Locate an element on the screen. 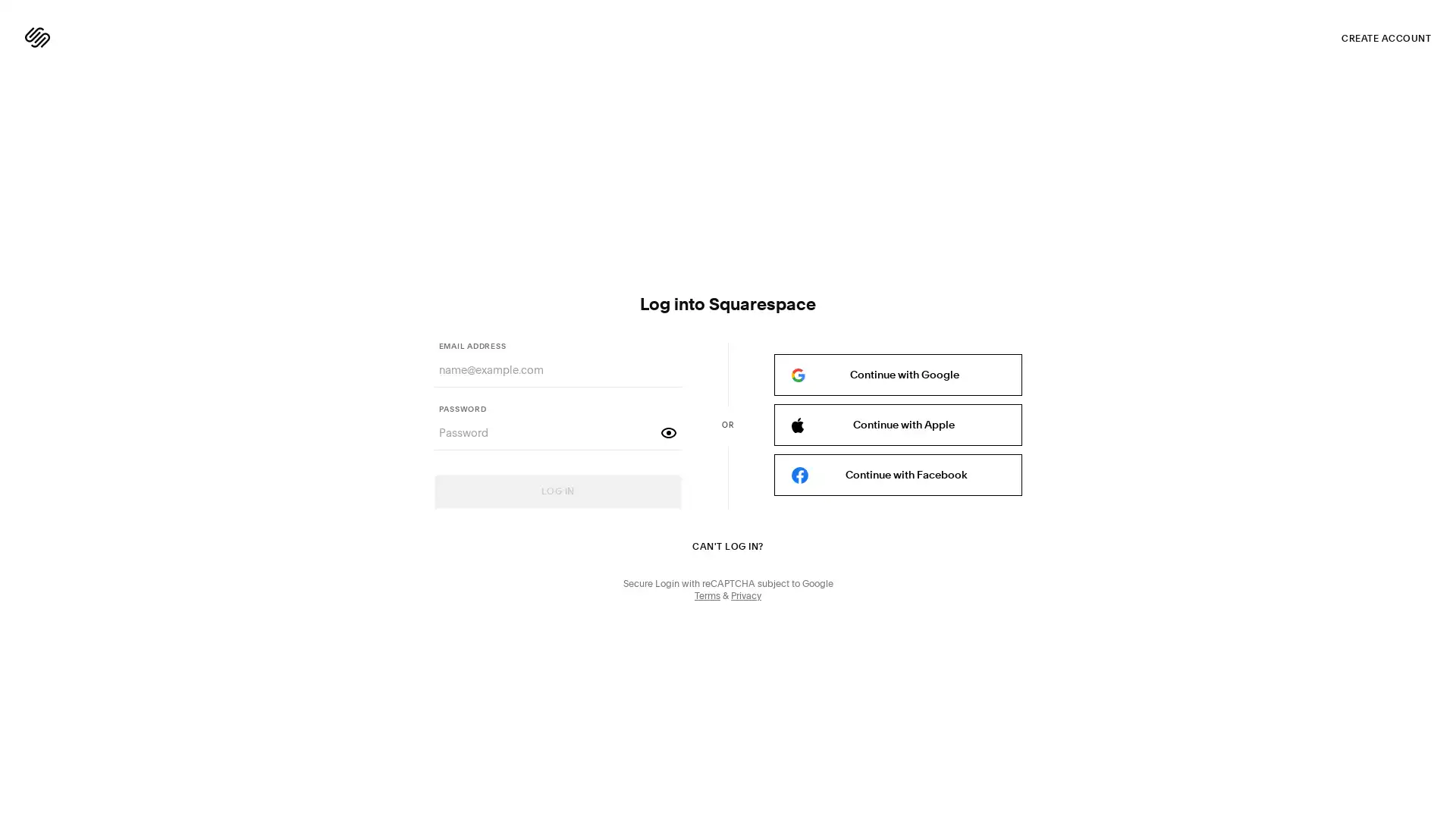  LOG IN is located at coordinates (557, 491).